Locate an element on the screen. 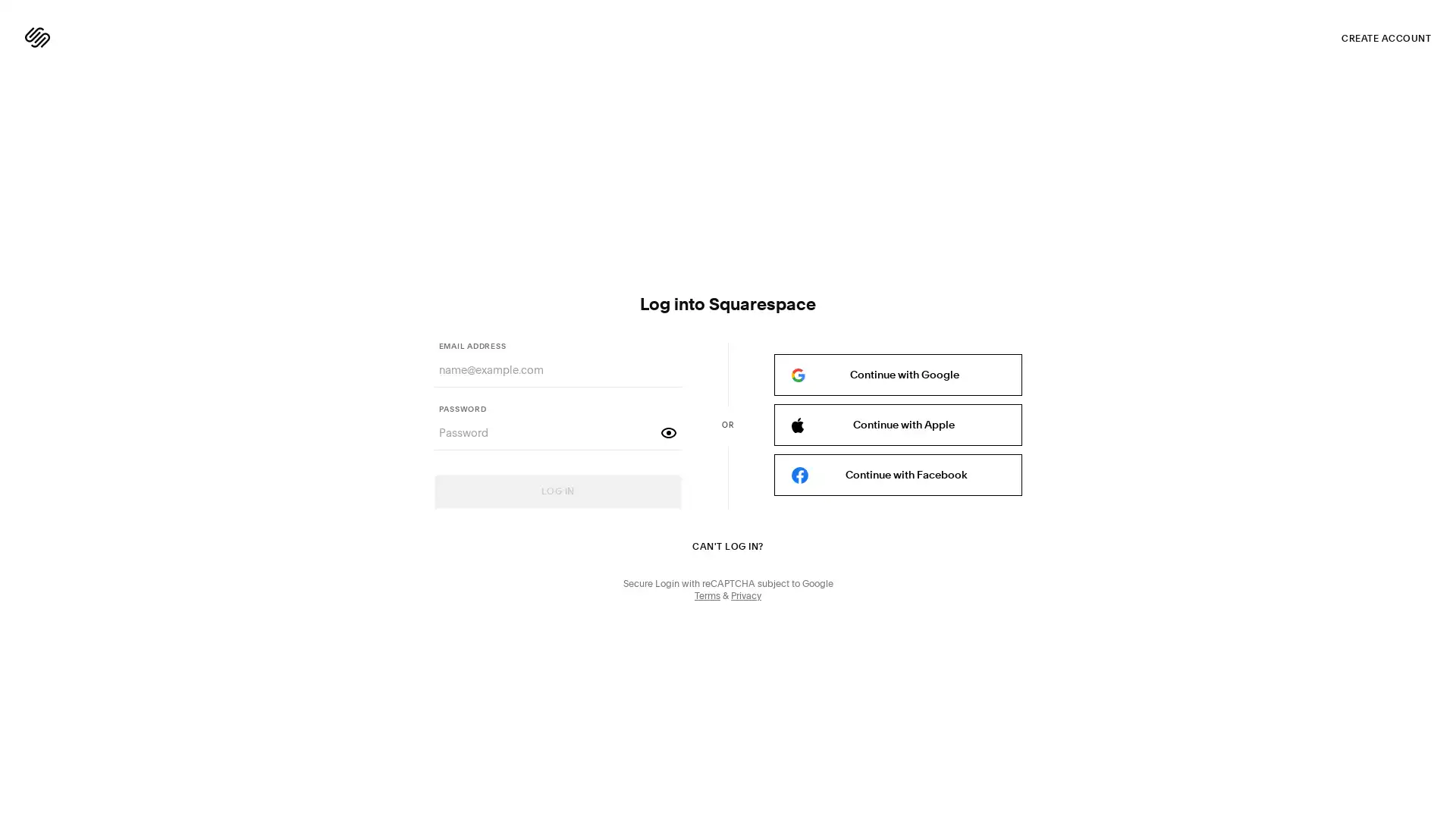  LOG IN is located at coordinates (557, 491).